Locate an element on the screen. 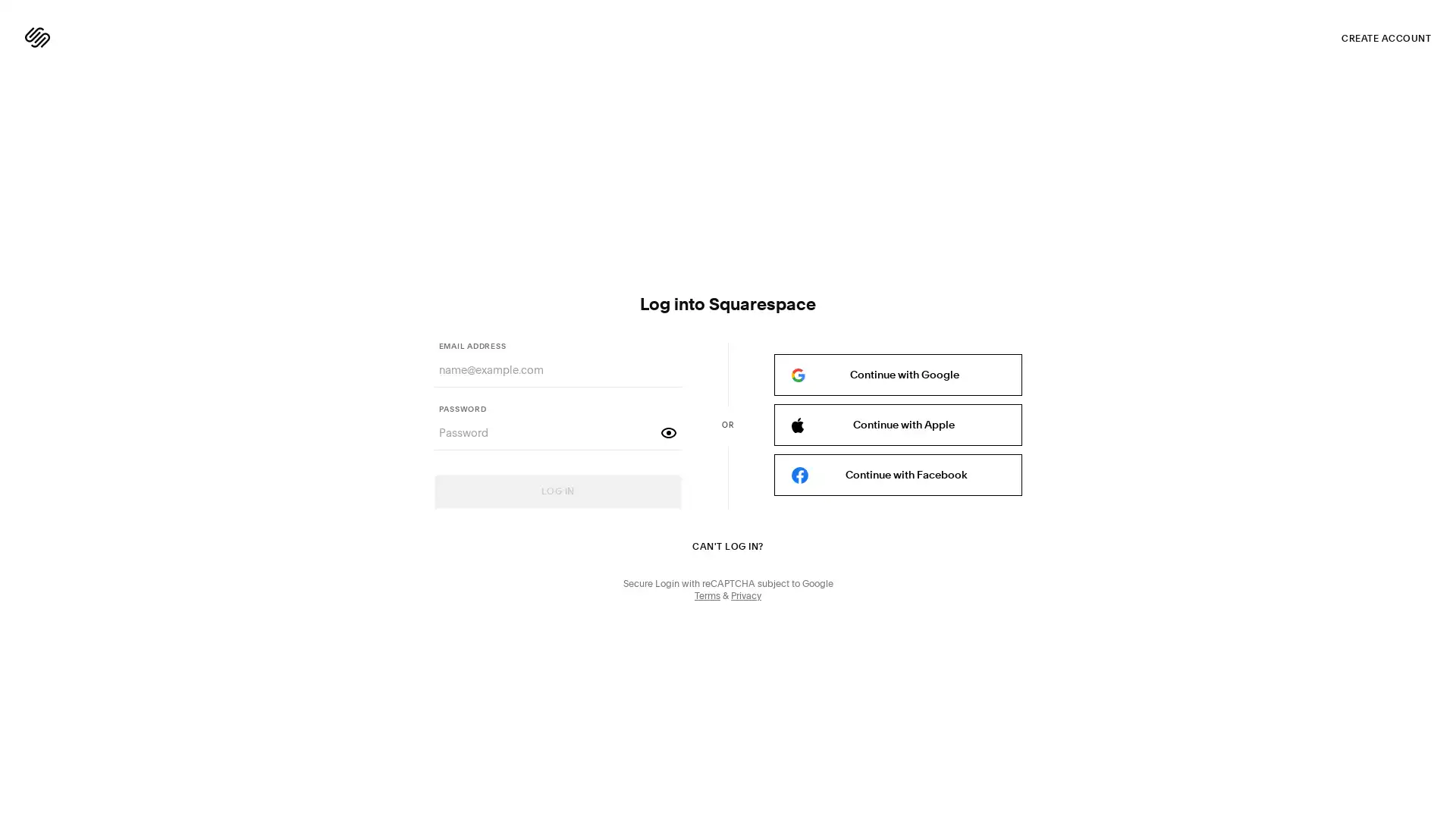  LOG IN is located at coordinates (557, 491).